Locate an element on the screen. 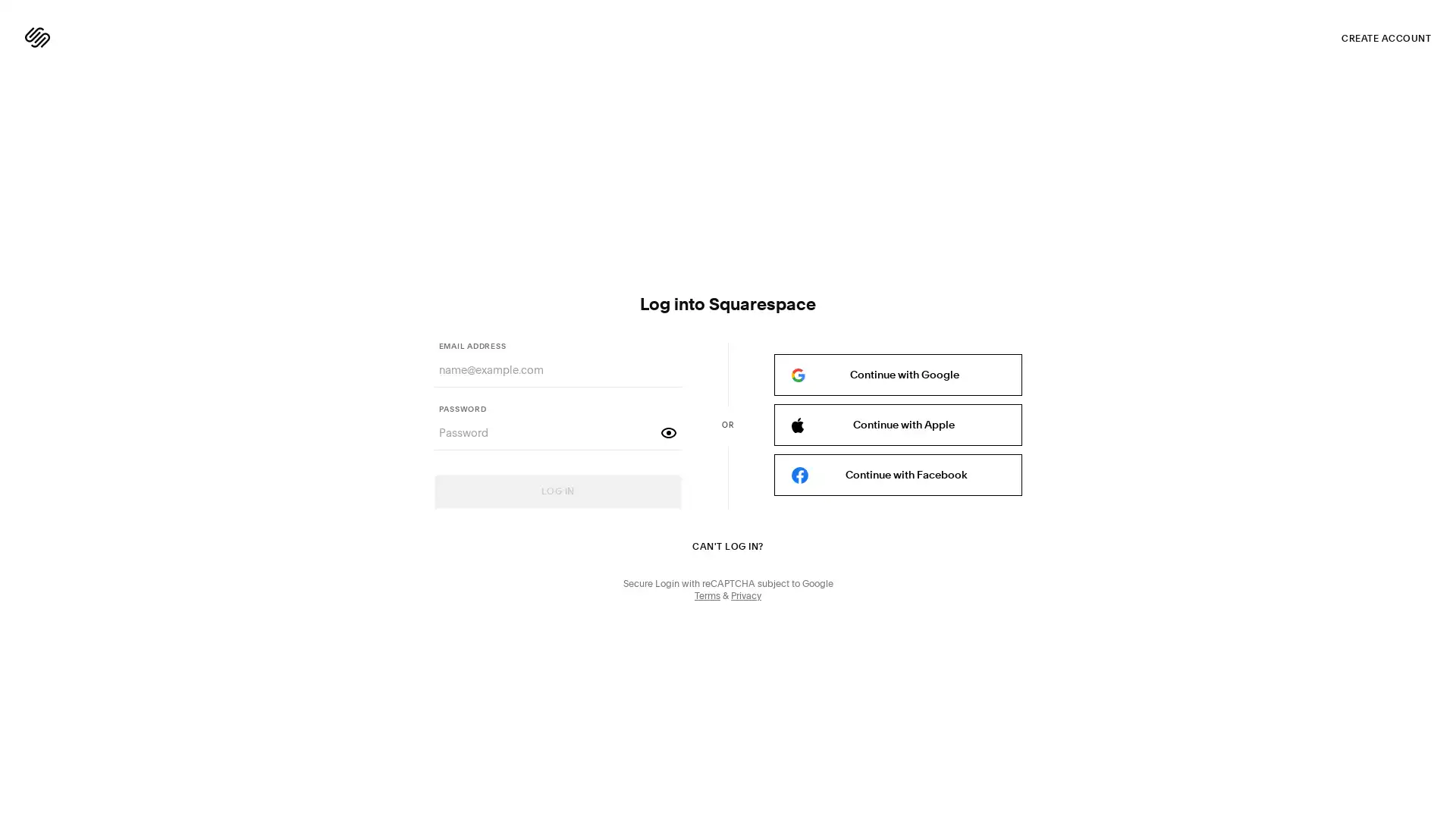  LOG IN is located at coordinates (557, 491).